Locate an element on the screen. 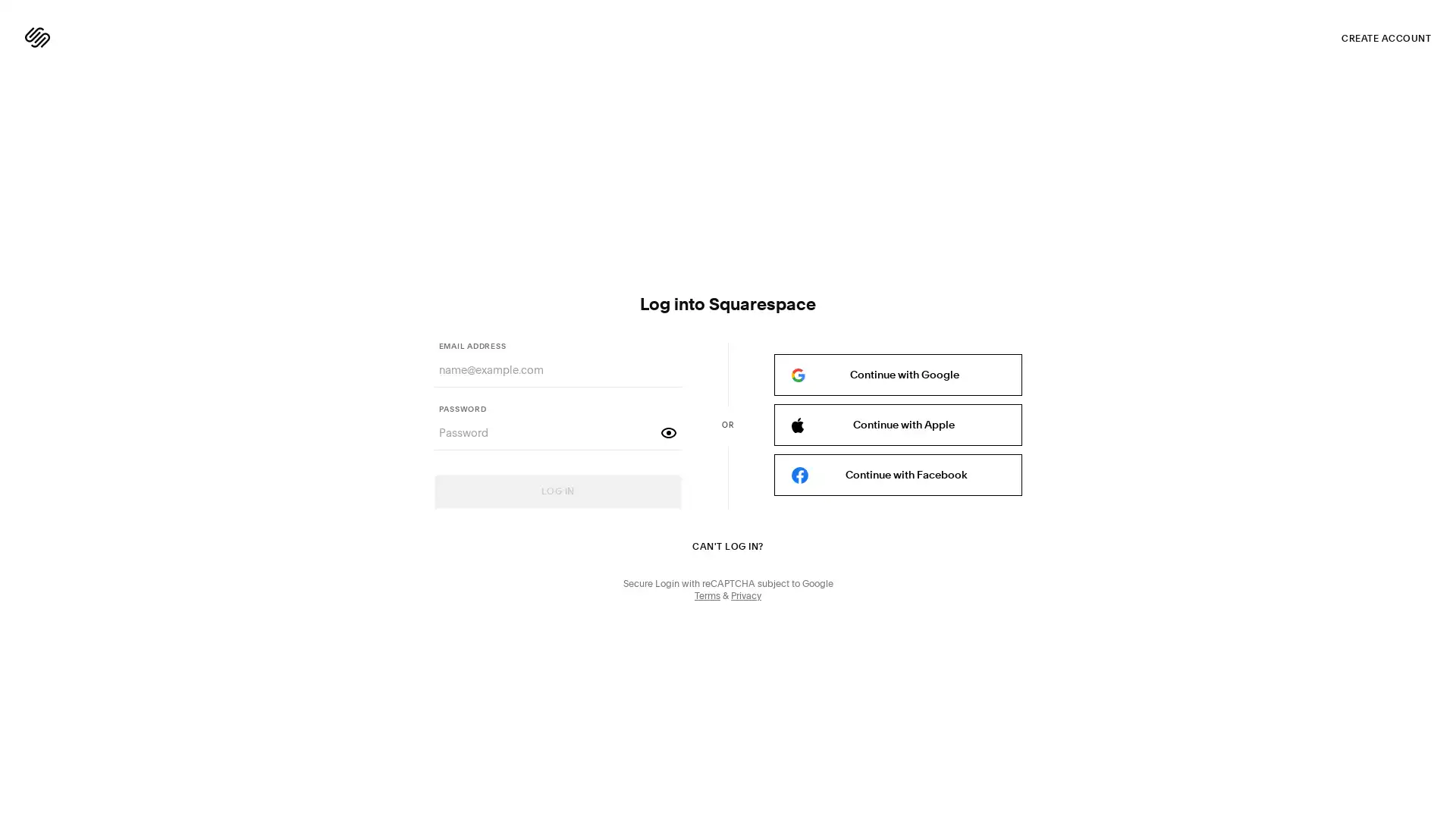  LOG IN is located at coordinates (557, 491).